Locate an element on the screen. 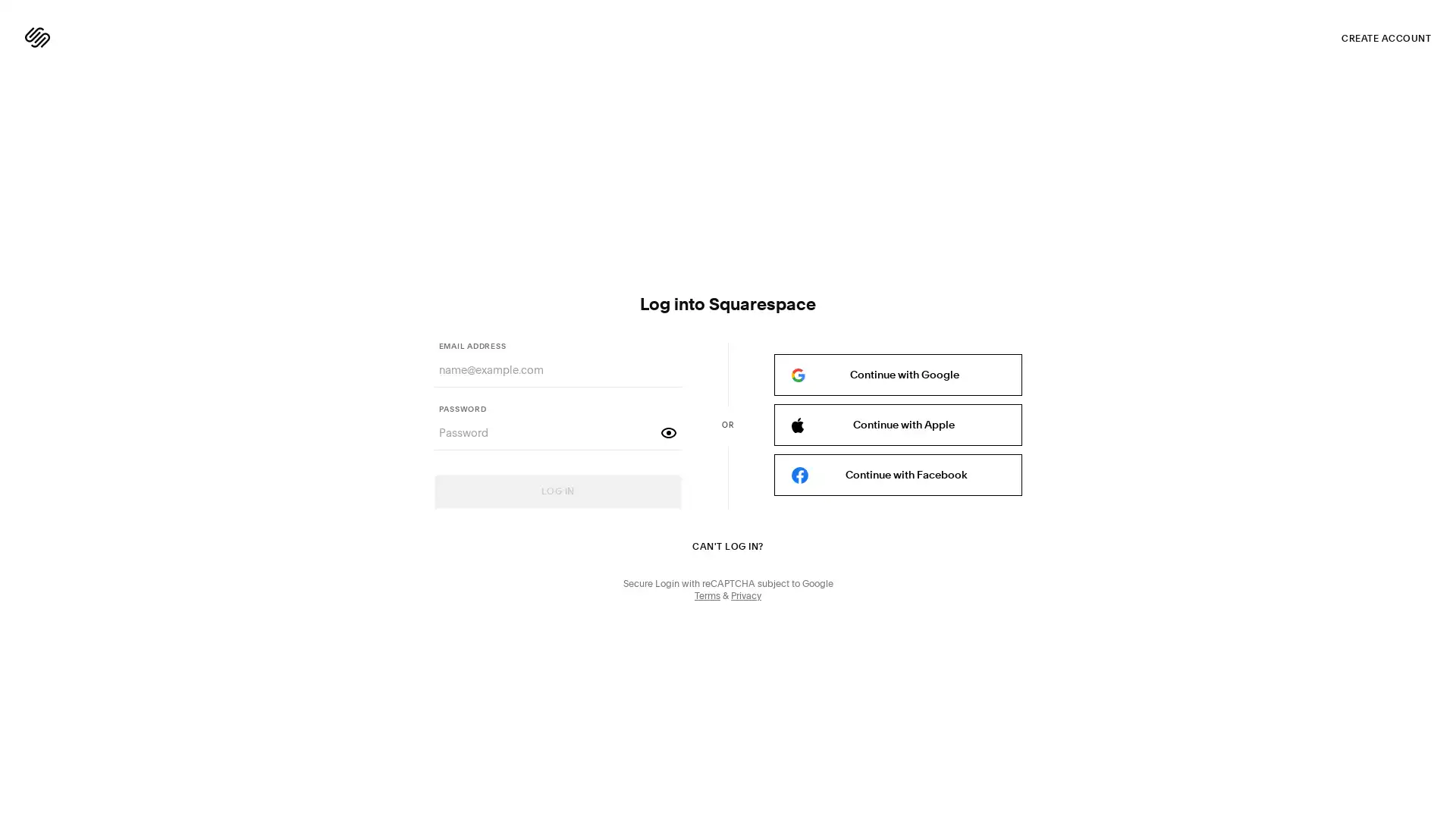  LOG IN is located at coordinates (557, 491).